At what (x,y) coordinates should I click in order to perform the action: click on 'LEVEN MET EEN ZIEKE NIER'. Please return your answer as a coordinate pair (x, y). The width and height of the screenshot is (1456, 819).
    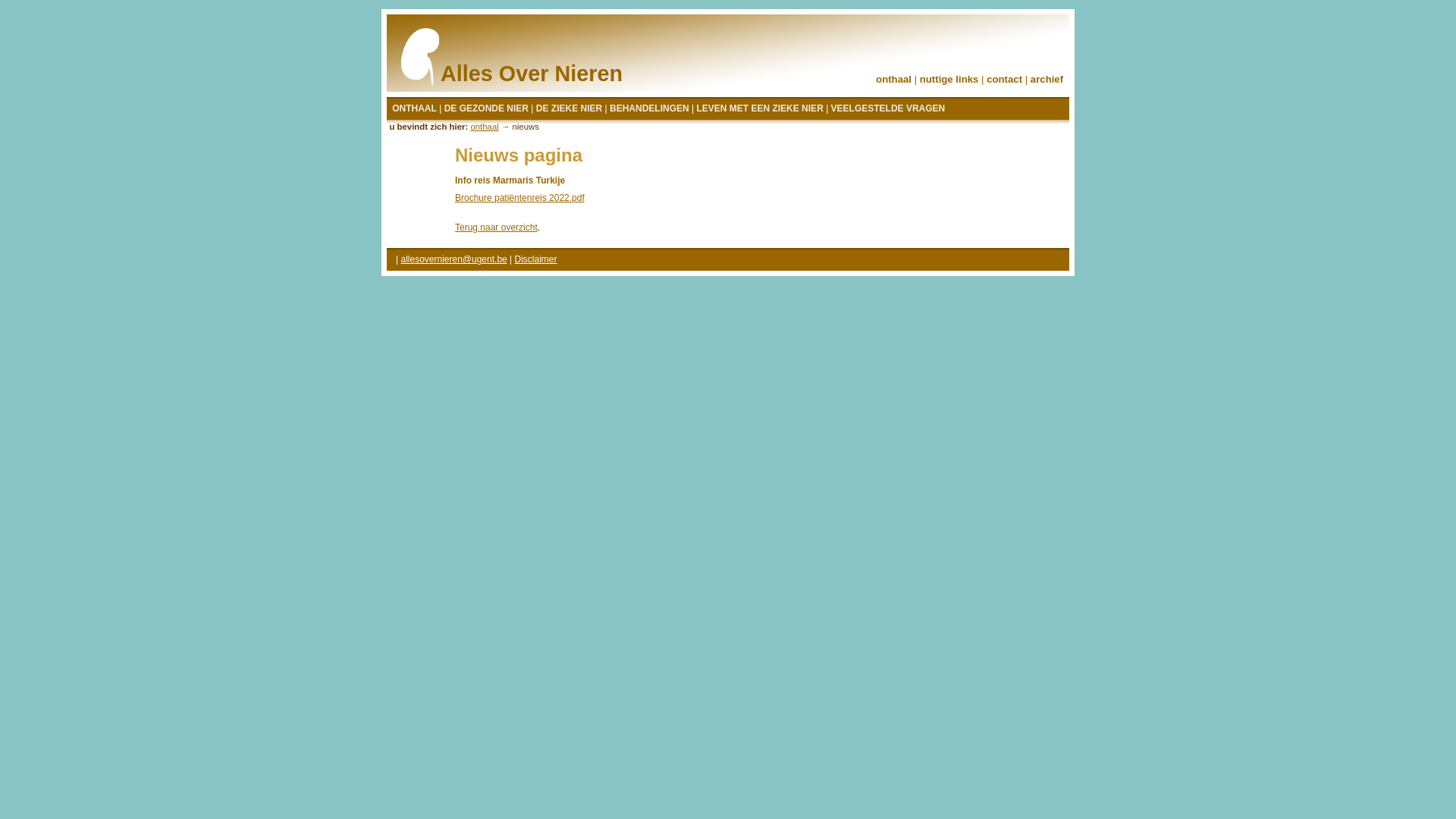
    Looking at the image, I should click on (695, 108).